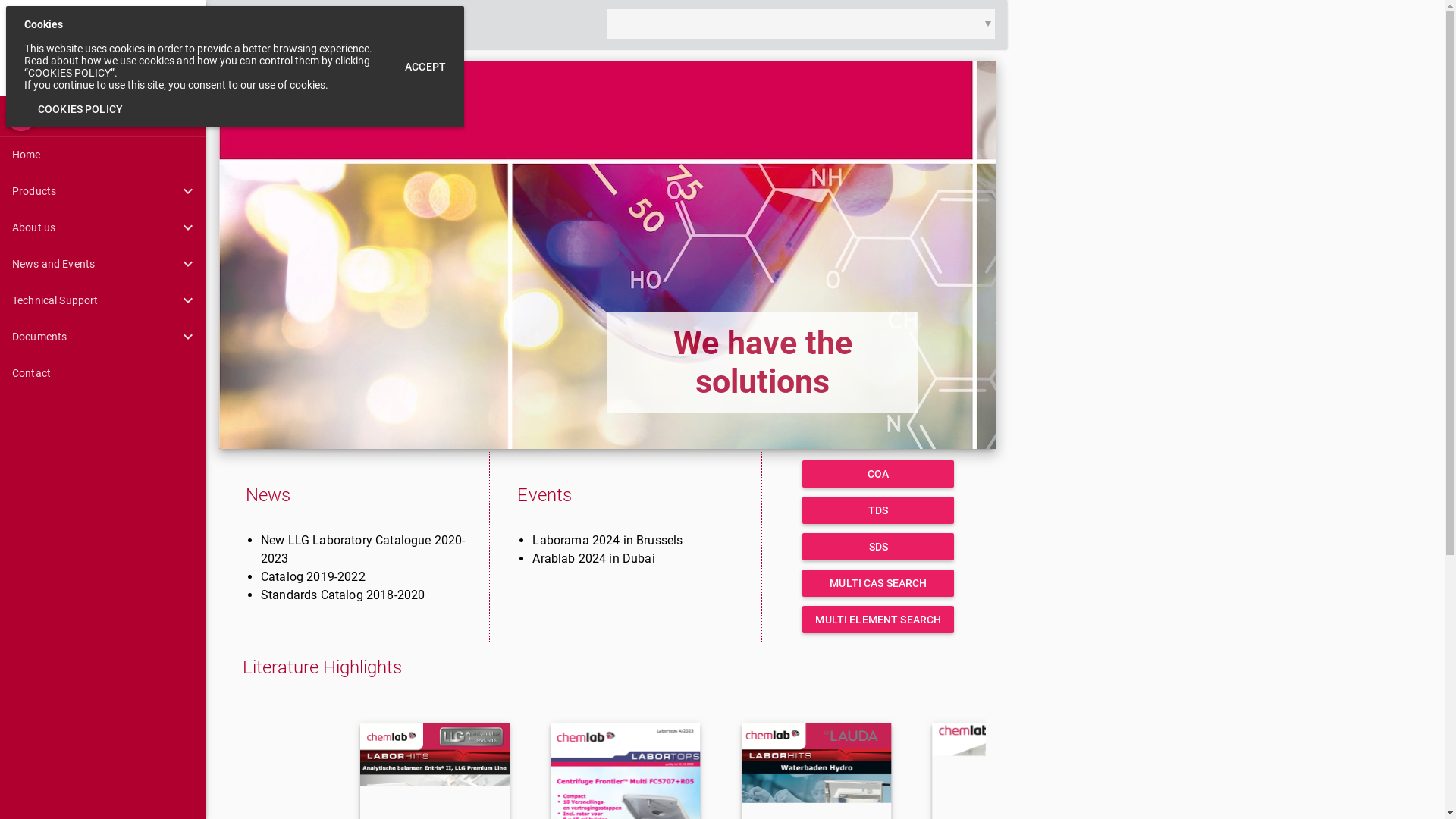  Describe the element at coordinates (877, 510) in the screenshot. I see `'TDS'` at that location.